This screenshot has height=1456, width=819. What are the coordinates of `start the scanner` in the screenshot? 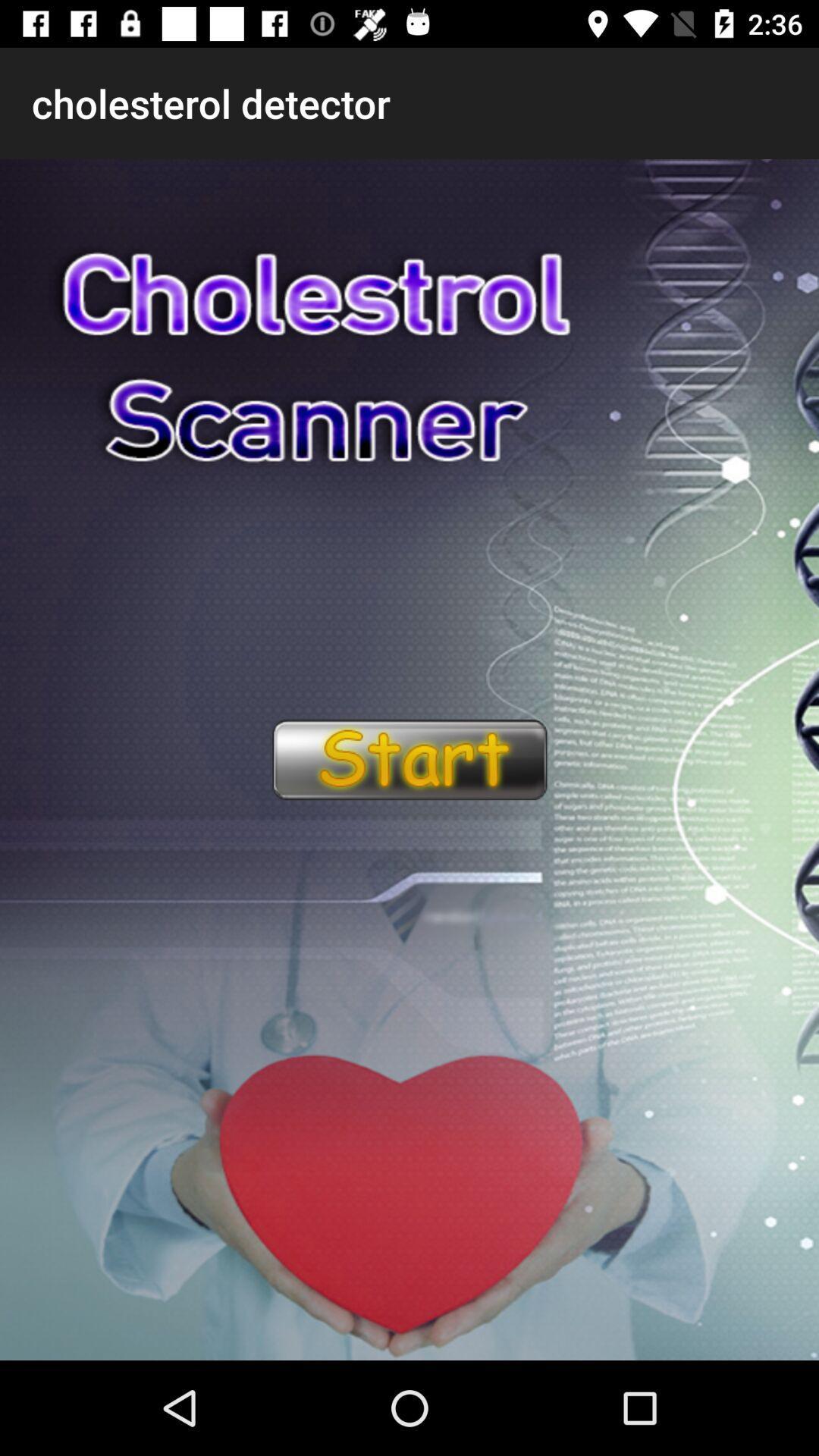 It's located at (408, 760).